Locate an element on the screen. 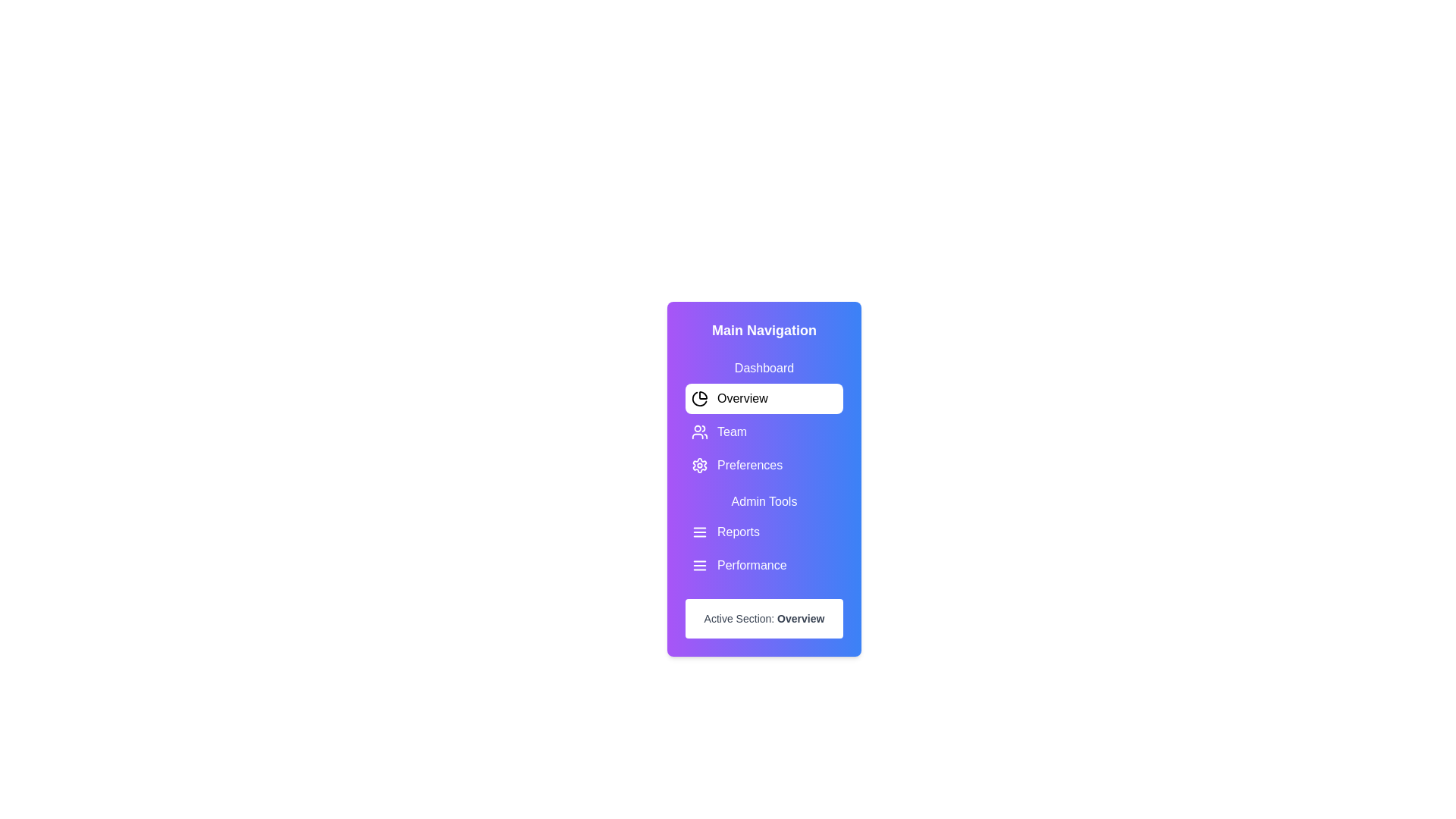  the menu option labeled Preferences is located at coordinates (764, 464).